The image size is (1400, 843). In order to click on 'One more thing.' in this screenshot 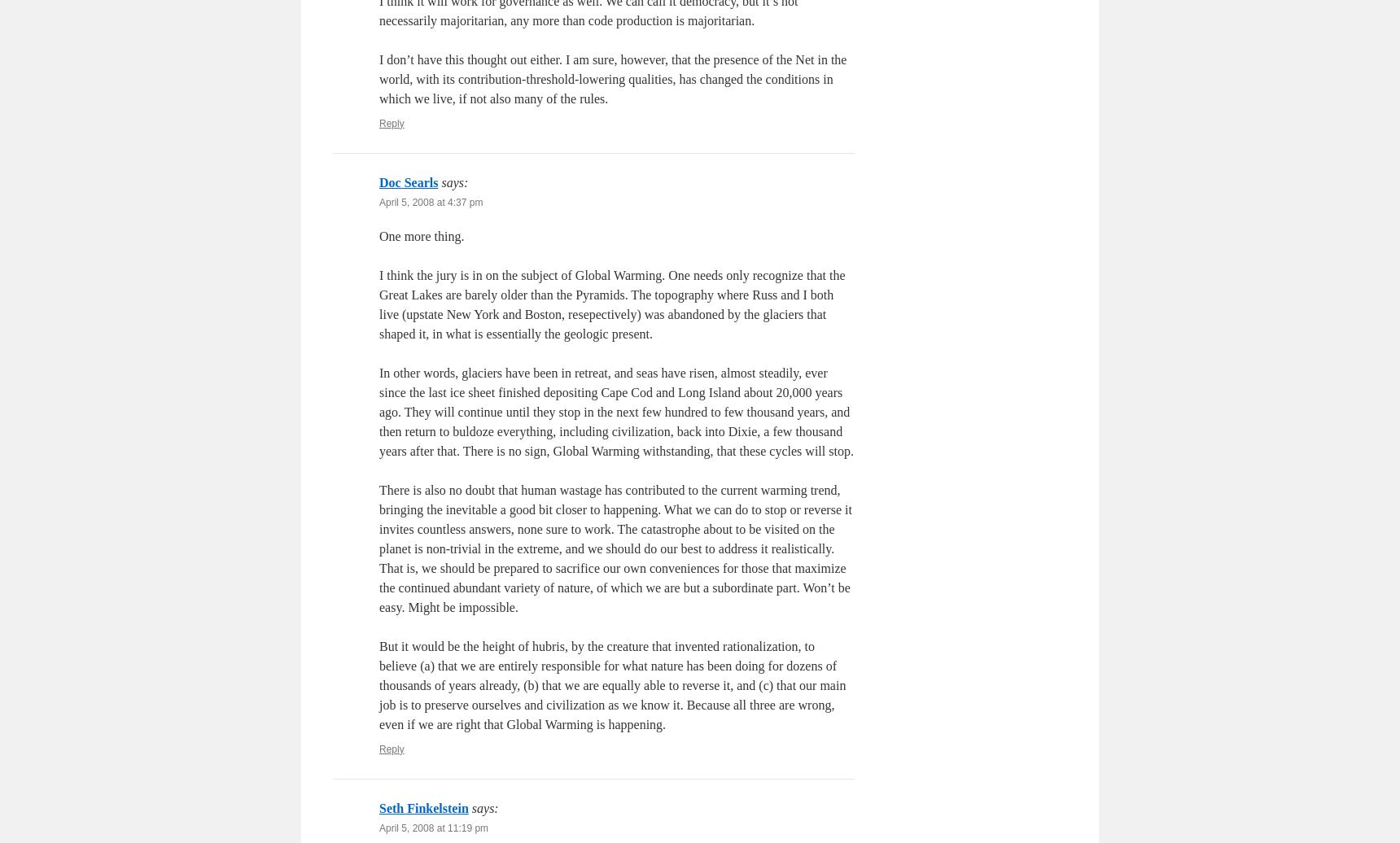, I will do `click(422, 235)`.